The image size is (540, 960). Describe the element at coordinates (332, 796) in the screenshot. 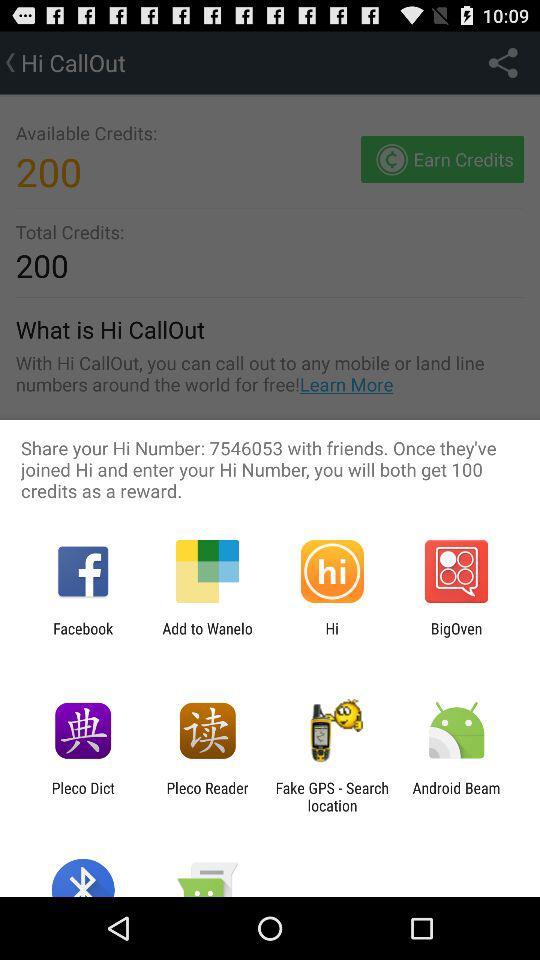

I see `icon next to the android beam` at that location.